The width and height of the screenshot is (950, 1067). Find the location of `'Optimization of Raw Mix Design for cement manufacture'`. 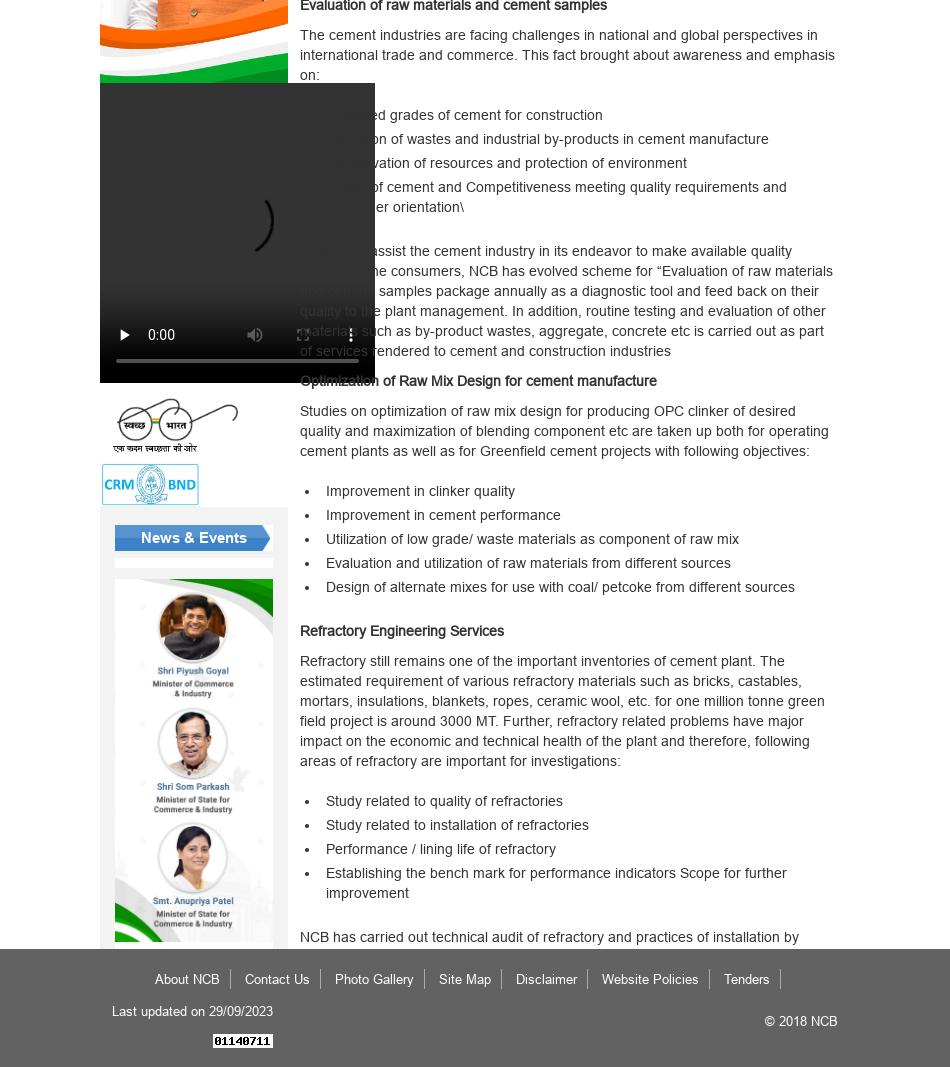

'Optimization of Raw Mix Design for cement manufacture' is located at coordinates (477, 378).